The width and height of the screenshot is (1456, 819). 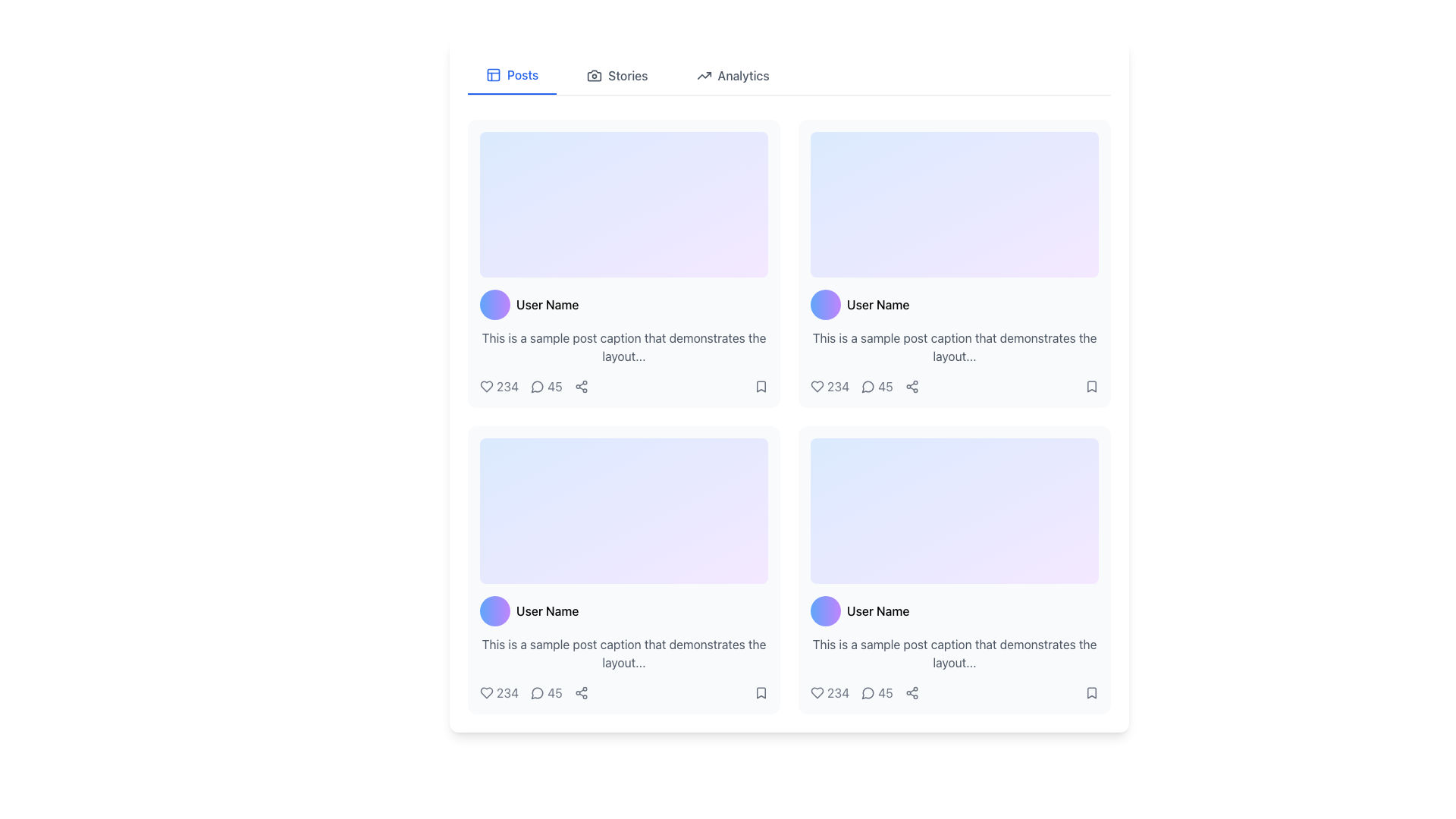 I want to click on the heart-shaped outline icon located beneath the post to like the post, so click(x=817, y=693).